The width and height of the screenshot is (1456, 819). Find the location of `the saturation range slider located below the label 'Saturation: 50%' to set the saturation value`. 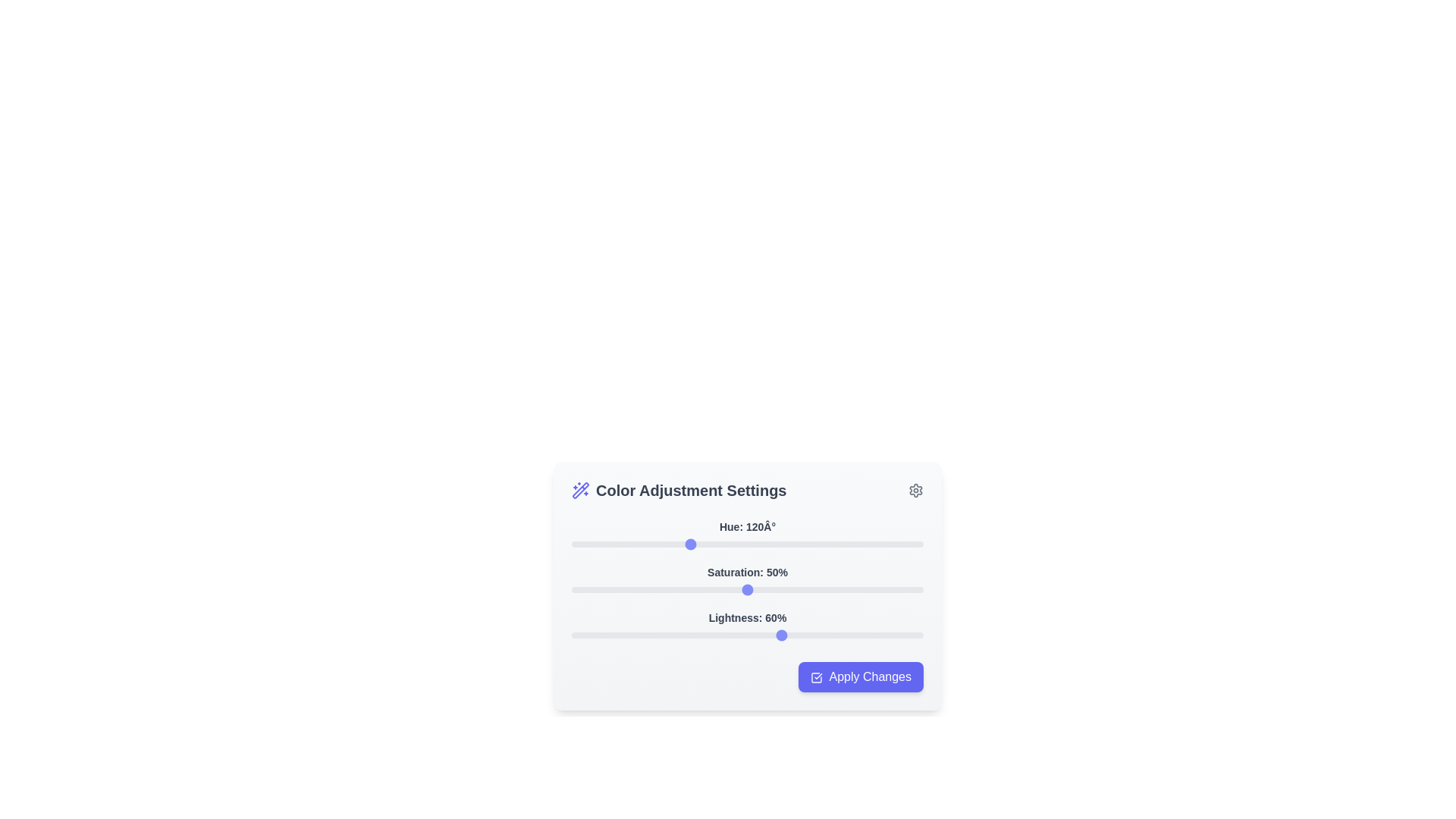

the saturation range slider located below the label 'Saturation: 50%' to set the saturation value is located at coordinates (747, 589).